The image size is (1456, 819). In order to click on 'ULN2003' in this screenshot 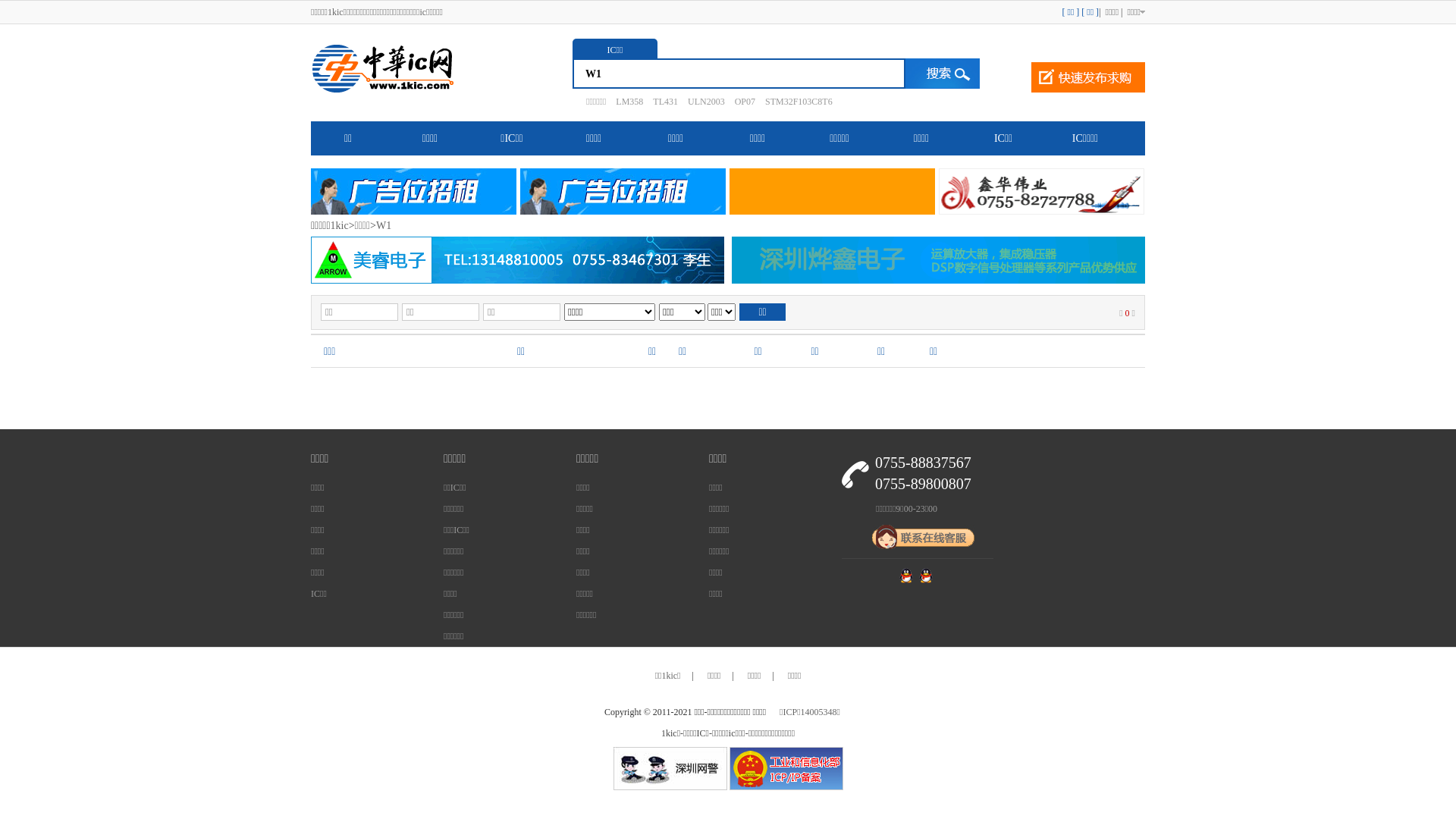, I will do `click(701, 102)`.